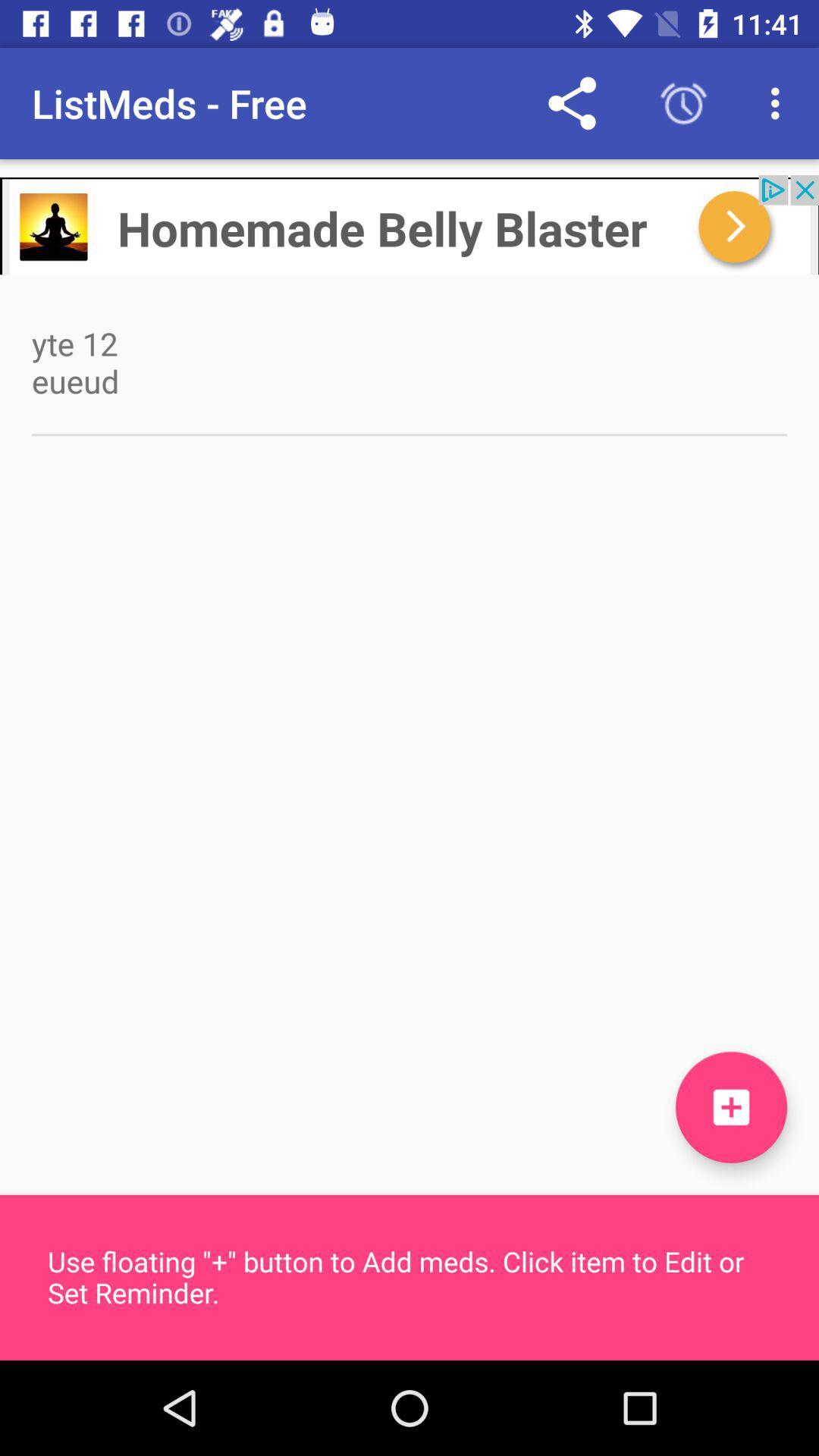 The width and height of the screenshot is (819, 1456). What do you see at coordinates (730, 1107) in the screenshot?
I see `to favorites` at bounding box center [730, 1107].